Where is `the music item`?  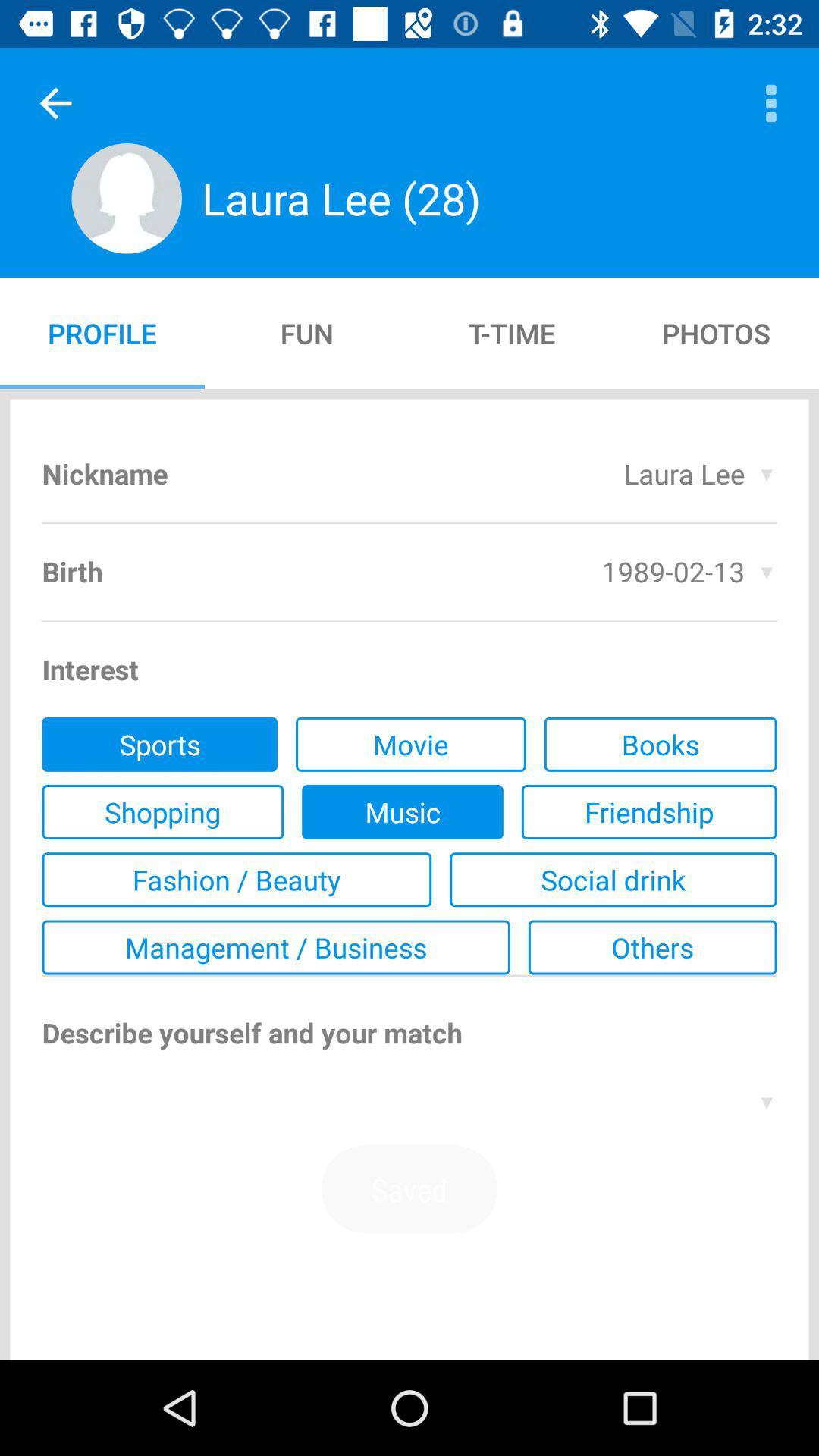
the music item is located at coordinates (402, 811).